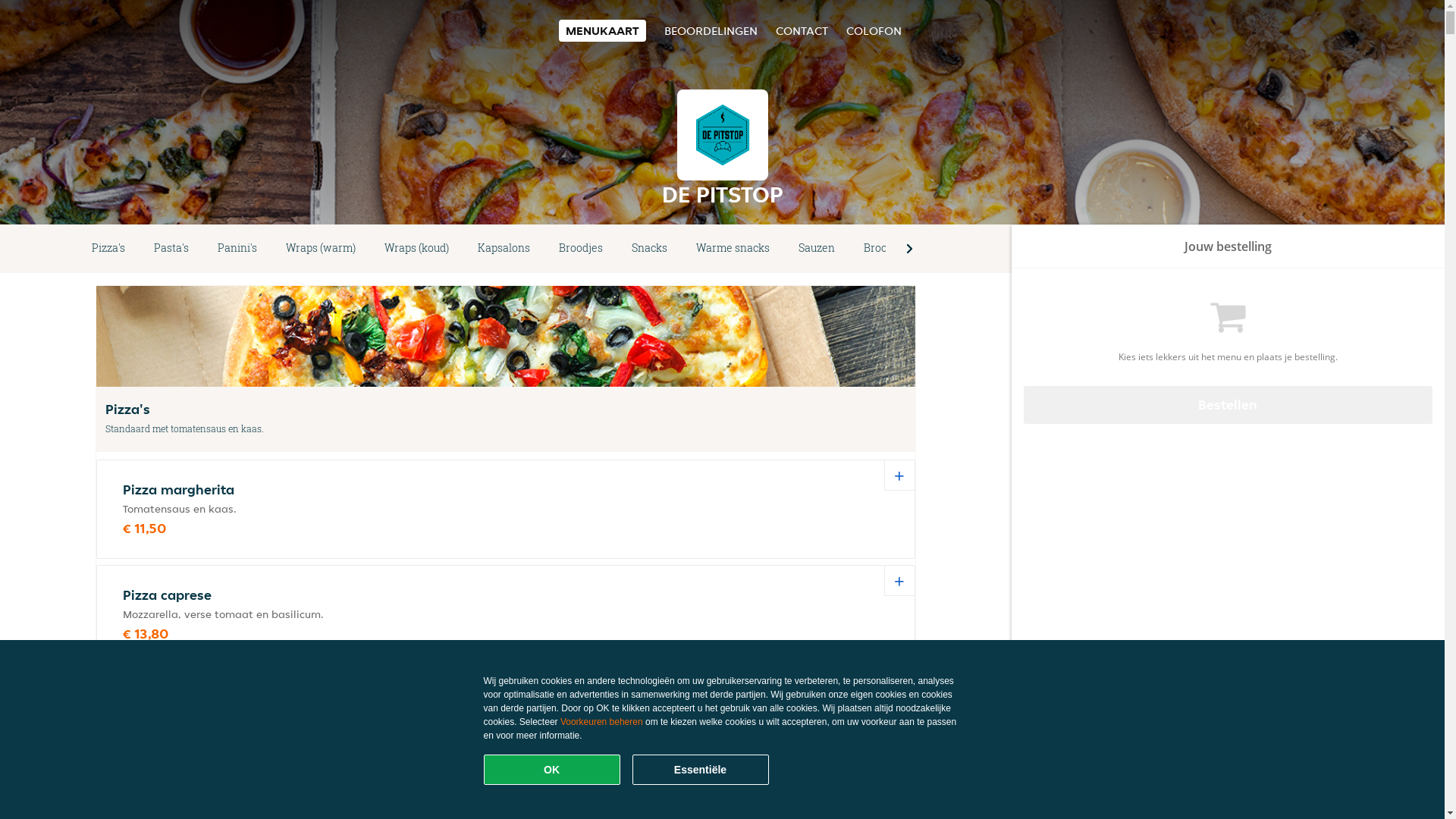  What do you see at coordinates (416, 247) in the screenshot?
I see `'Wraps (koud)'` at bounding box center [416, 247].